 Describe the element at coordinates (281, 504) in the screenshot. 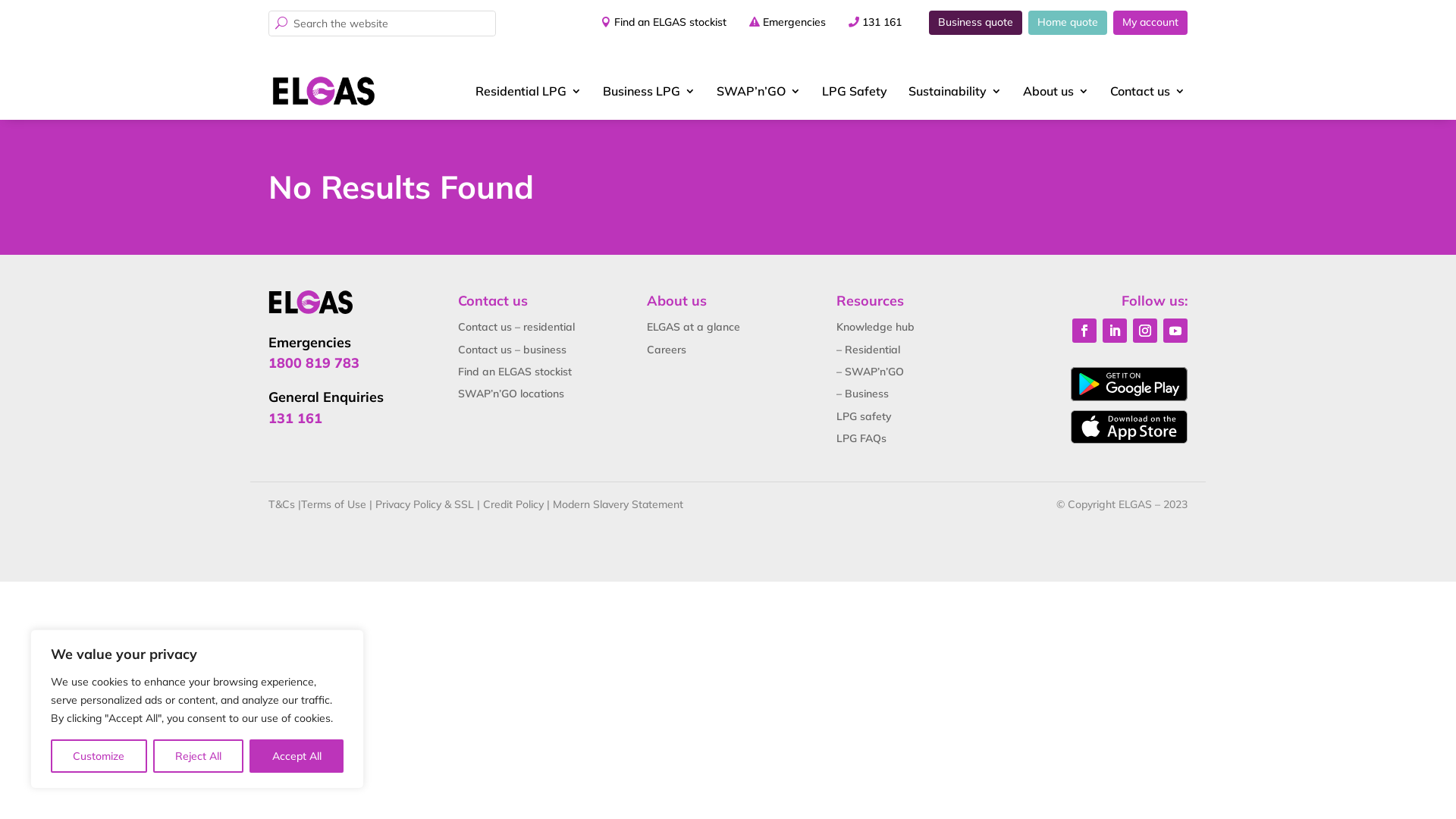

I see `'T&Cs'` at that location.